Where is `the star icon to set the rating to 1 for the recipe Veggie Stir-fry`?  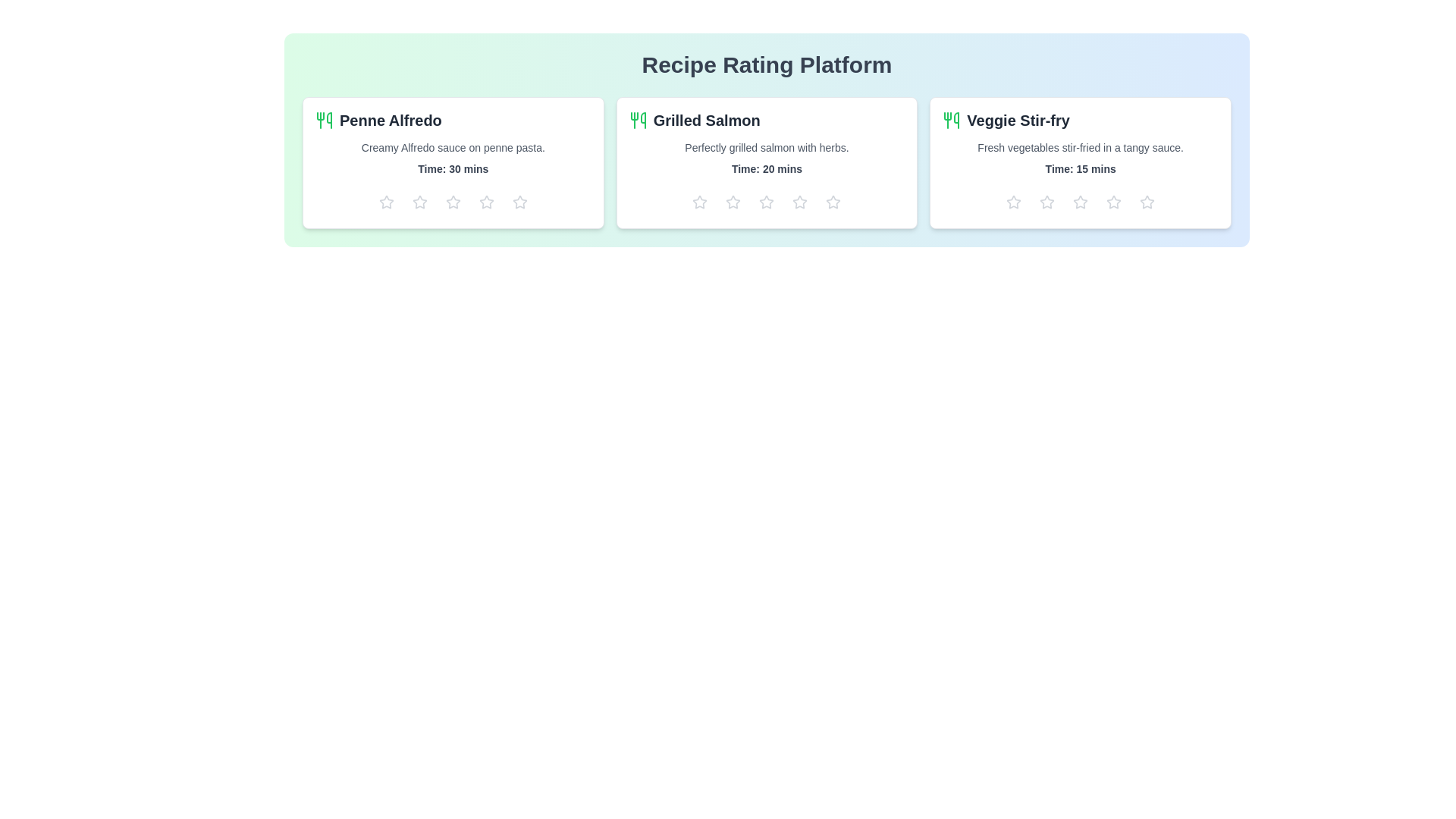
the star icon to set the rating to 1 for the recipe Veggie Stir-fry is located at coordinates (1014, 201).